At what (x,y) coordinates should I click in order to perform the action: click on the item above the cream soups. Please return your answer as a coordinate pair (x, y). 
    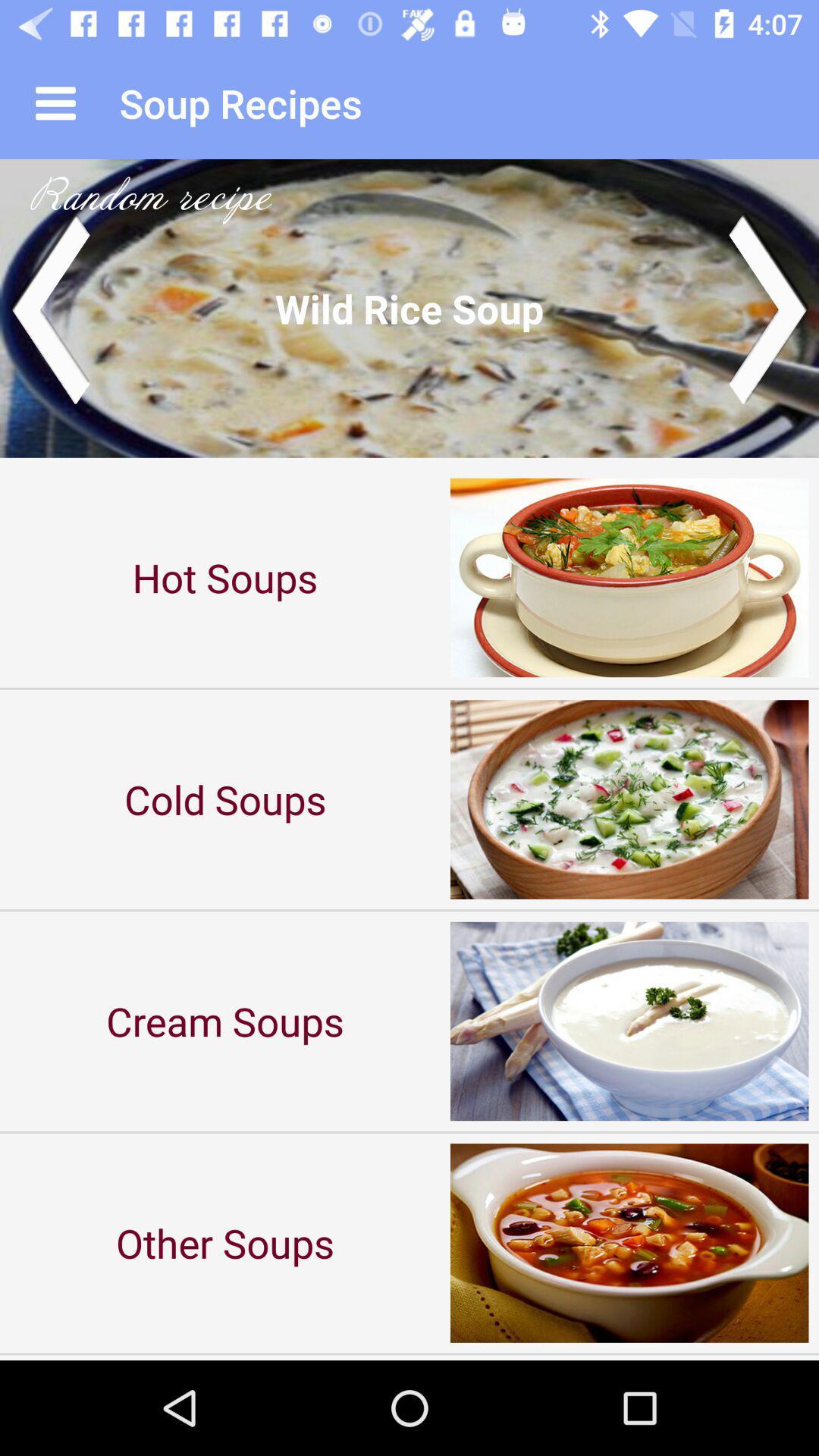
    Looking at the image, I should click on (225, 799).